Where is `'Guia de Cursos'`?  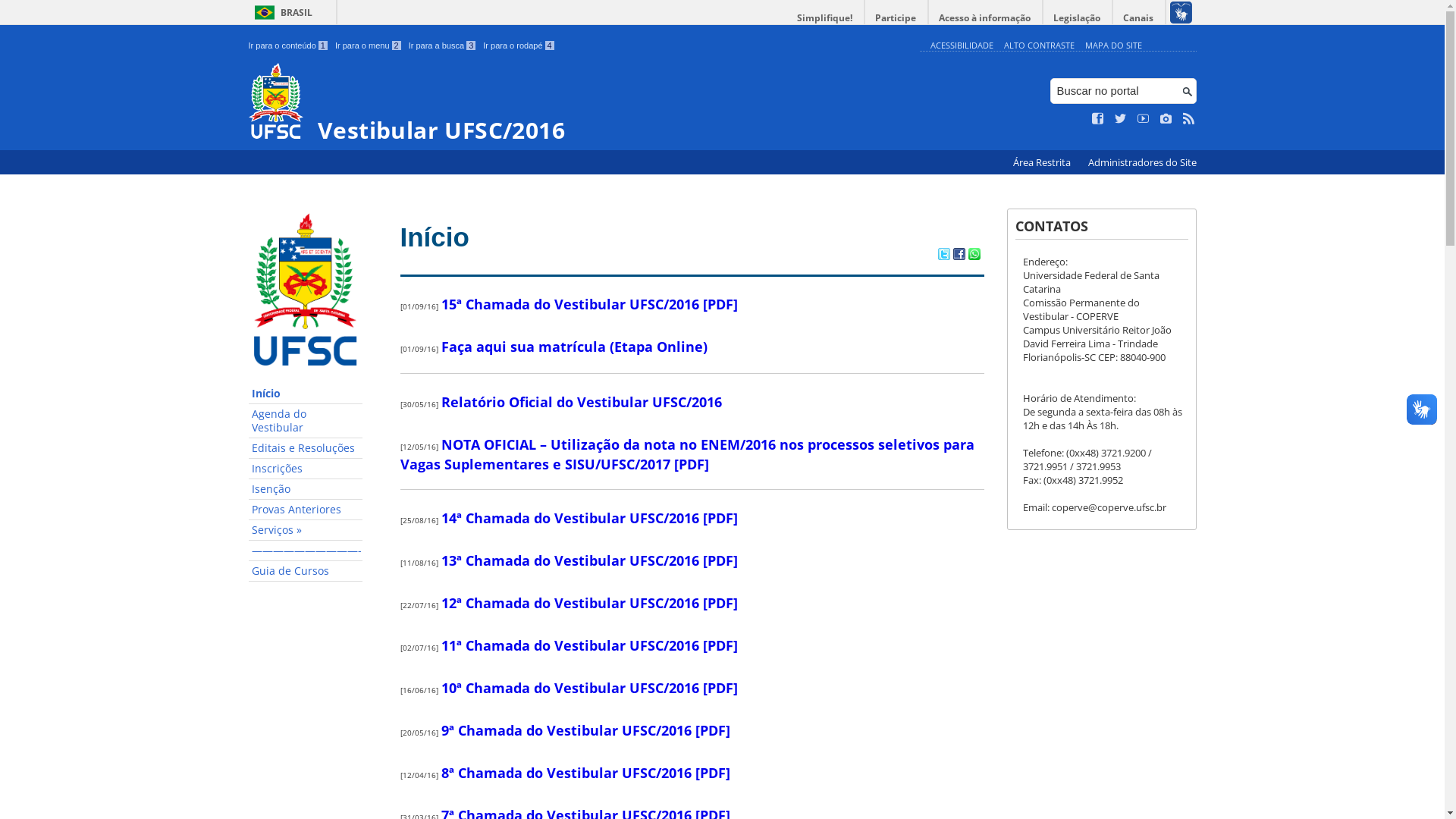
'Guia de Cursos' is located at coordinates (305, 571).